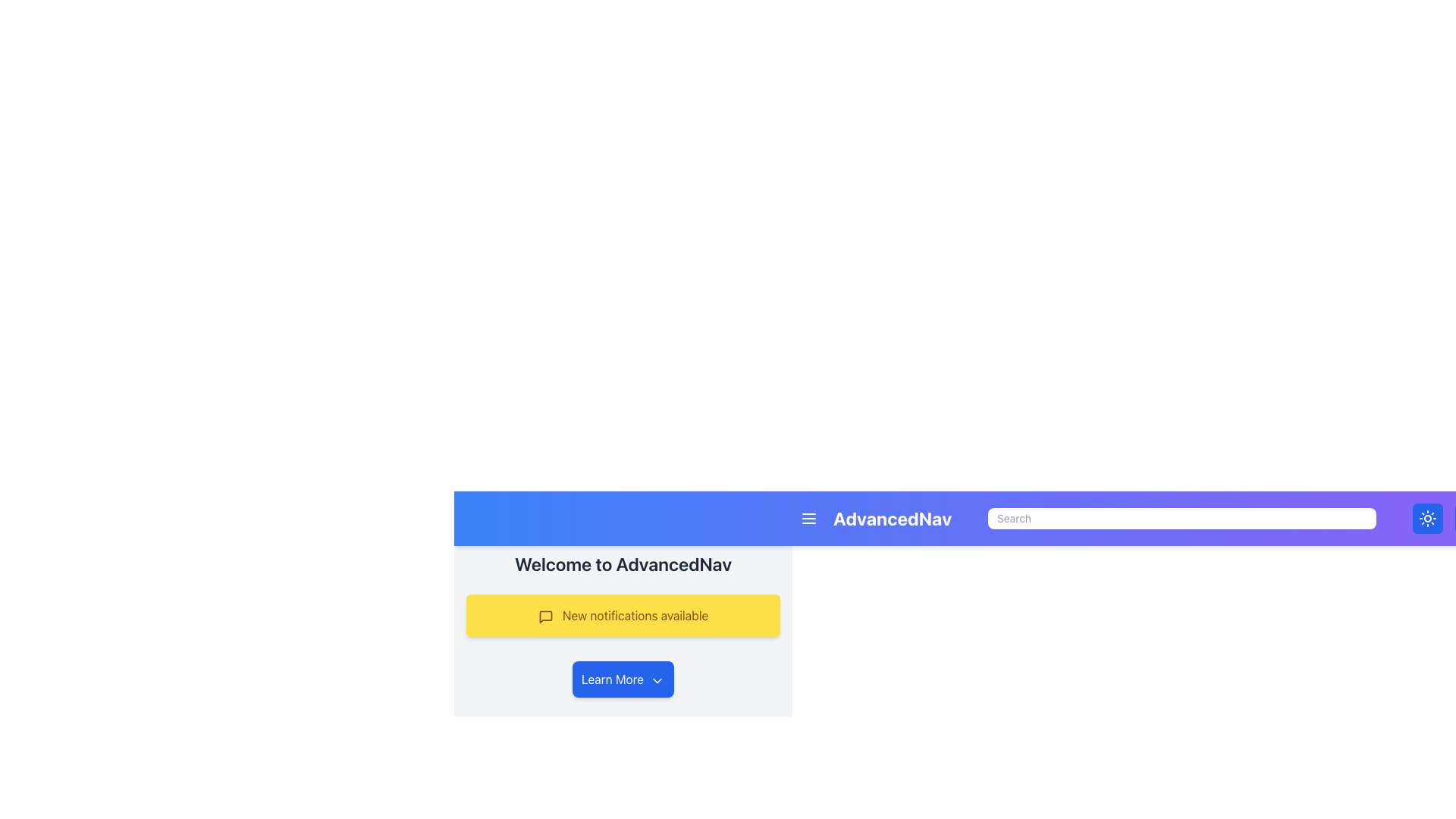 The width and height of the screenshot is (1456, 819). Describe the element at coordinates (808, 517) in the screenshot. I see `the menu icon button, which is a horizontal sandwich menu with three white lines on a purple background` at that location.